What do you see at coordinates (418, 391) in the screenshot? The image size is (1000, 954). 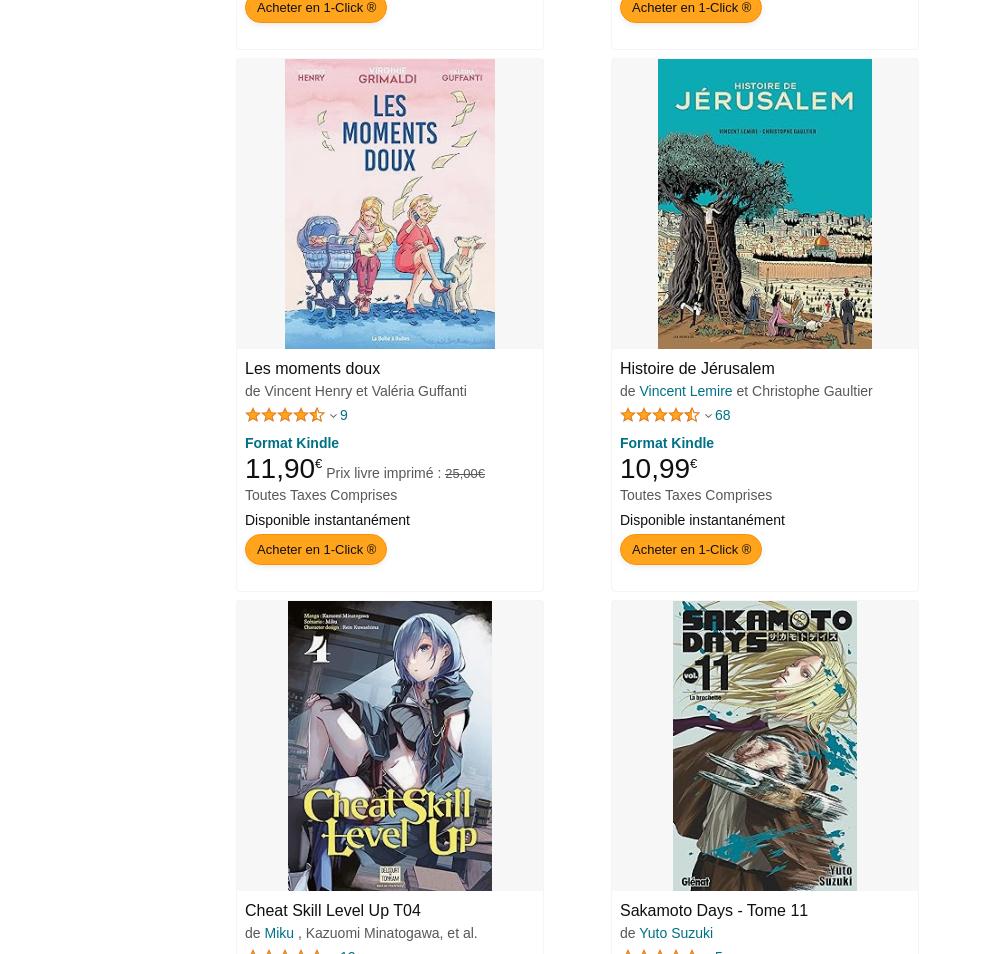 I see `'Valéria Guffanti'` at bounding box center [418, 391].